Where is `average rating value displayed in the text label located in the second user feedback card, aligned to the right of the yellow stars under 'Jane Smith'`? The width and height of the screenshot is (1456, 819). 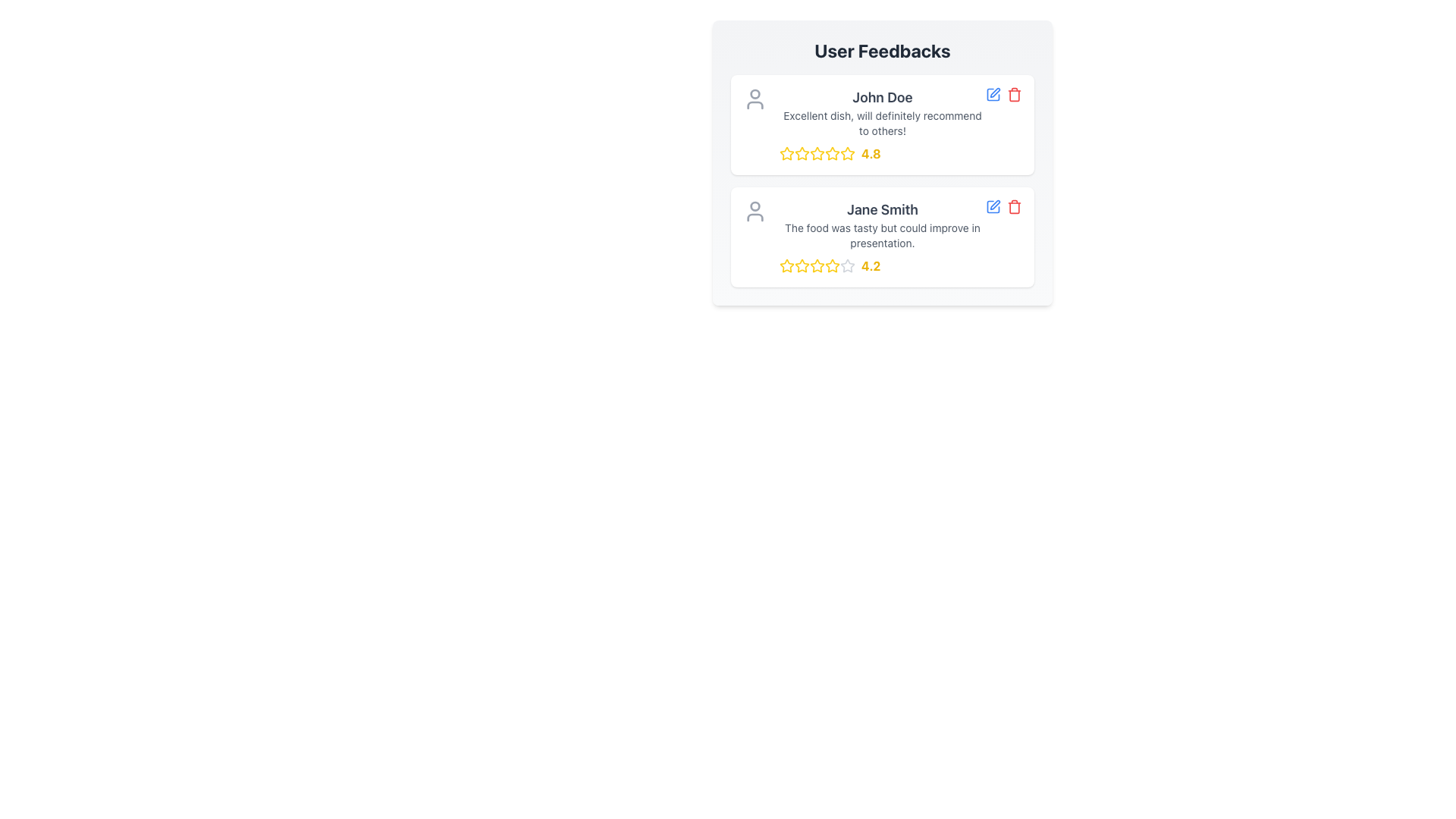 average rating value displayed in the text label located in the second user feedback card, aligned to the right of the yellow stars under 'Jane Smith' is located at coordinates (871, 265).